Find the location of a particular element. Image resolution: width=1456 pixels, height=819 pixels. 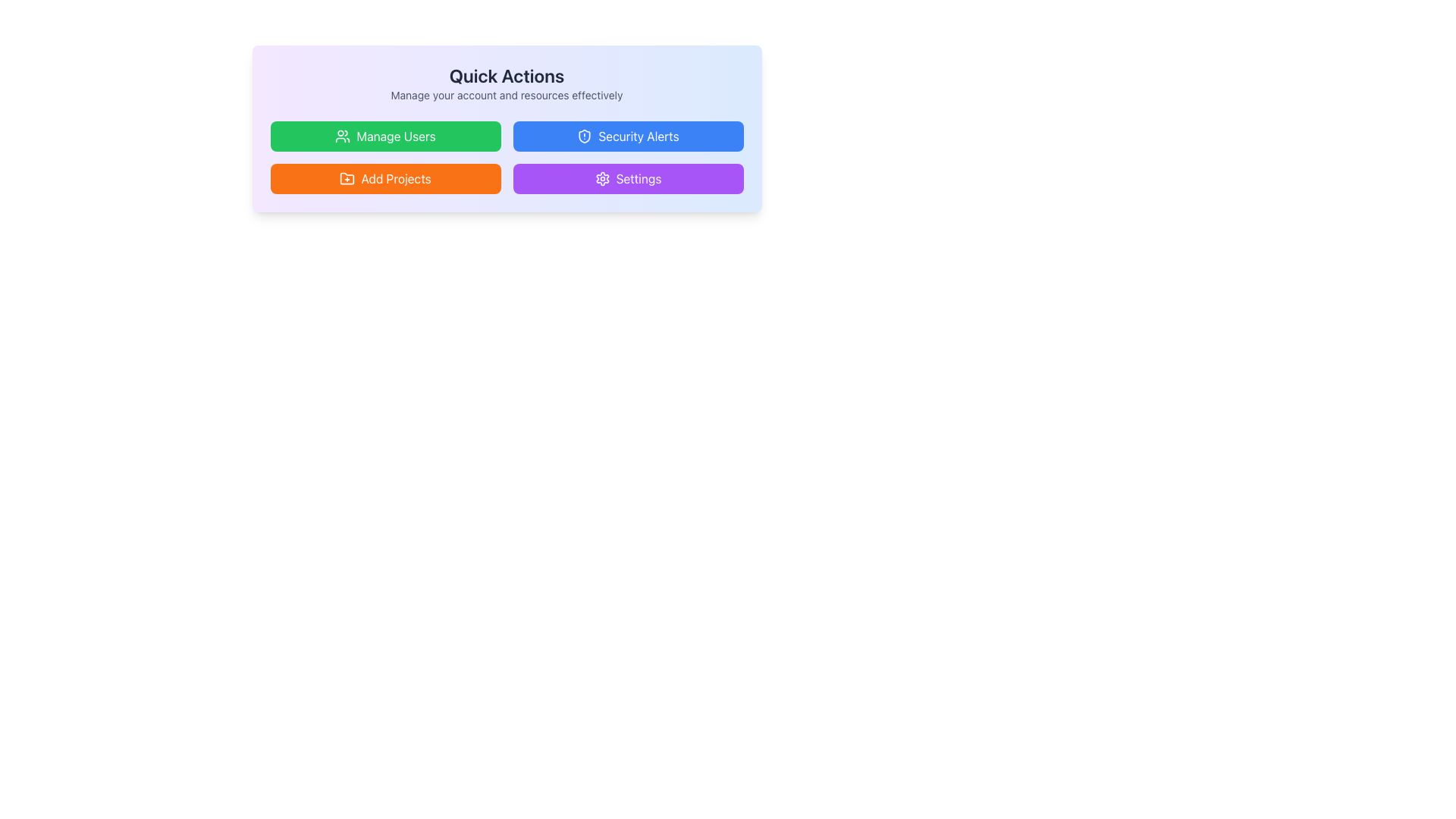

the group of individuals icon located to the left of the 'Manage Users' button text is located at coordinates (342, 136).